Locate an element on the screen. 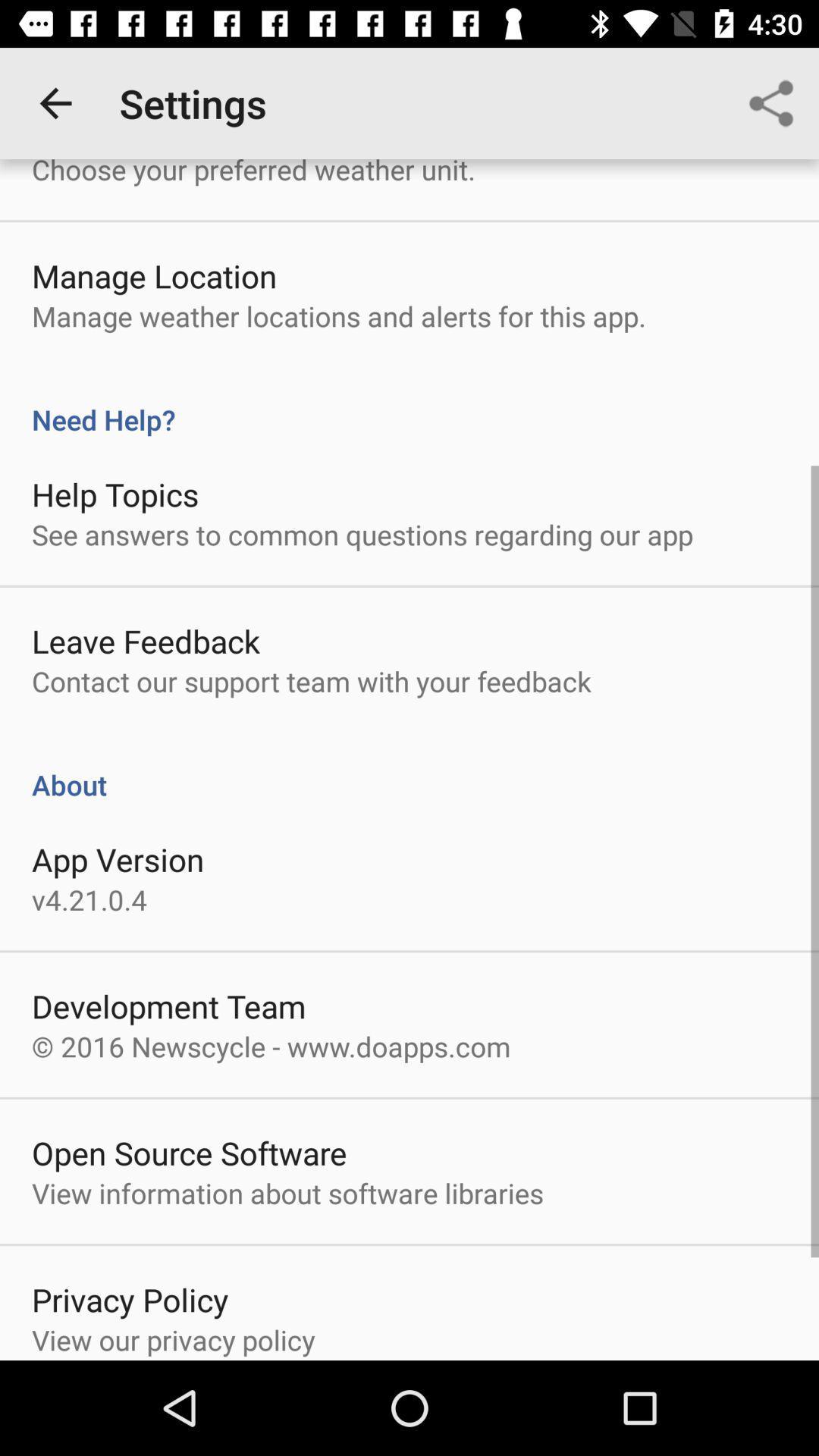  manage location is located at coordinates (154, 275).